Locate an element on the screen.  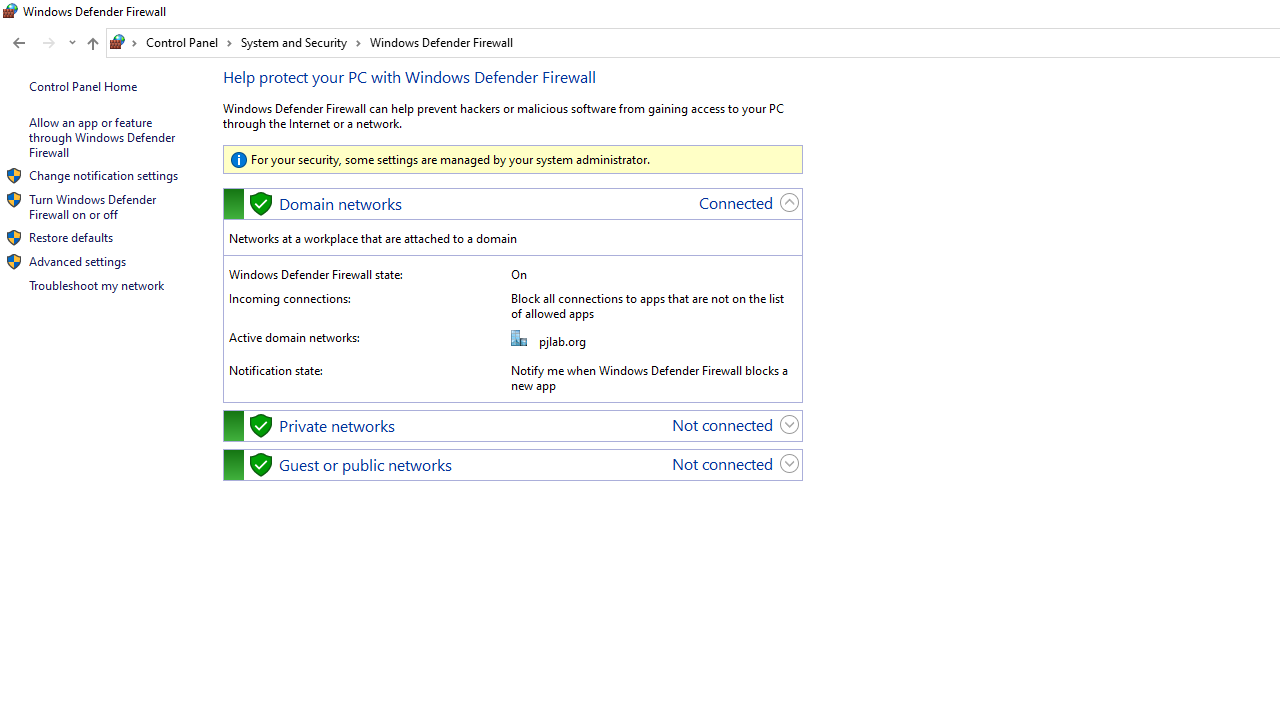
'Advanced settings' is located at coordinates (77, 260).